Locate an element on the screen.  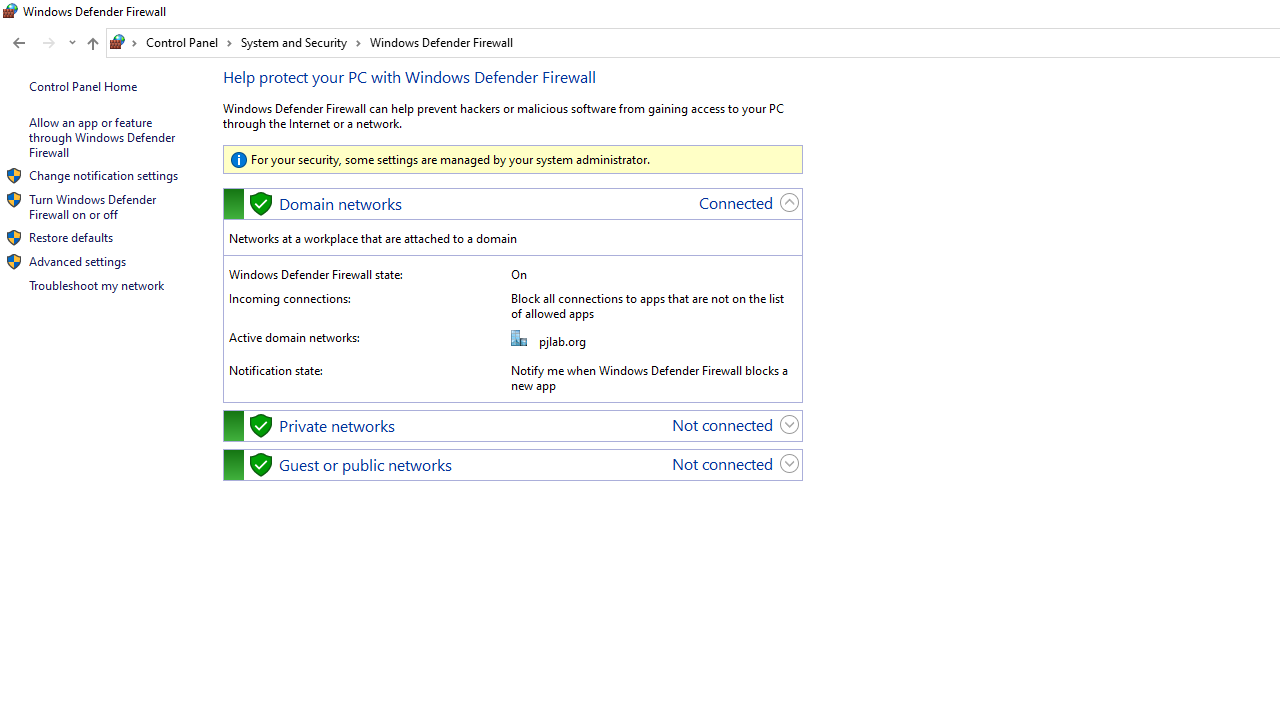
'Advanced settings' is located at coordinates (77, 260).